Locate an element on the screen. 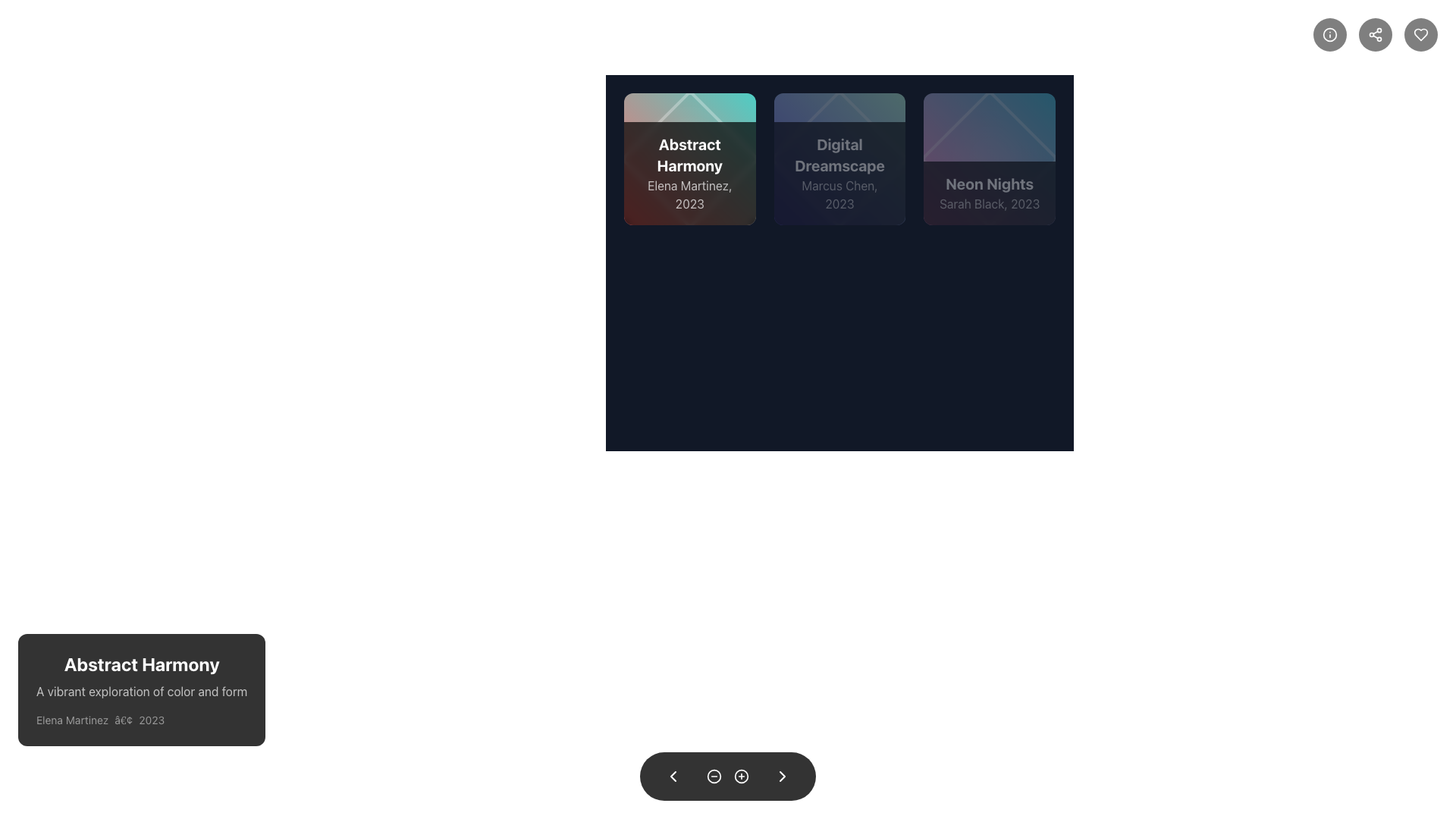 This screenshot has width=1456, height=819. the white chevron icon located at the bottom-right of the interface is located at coordinates (783, 776).